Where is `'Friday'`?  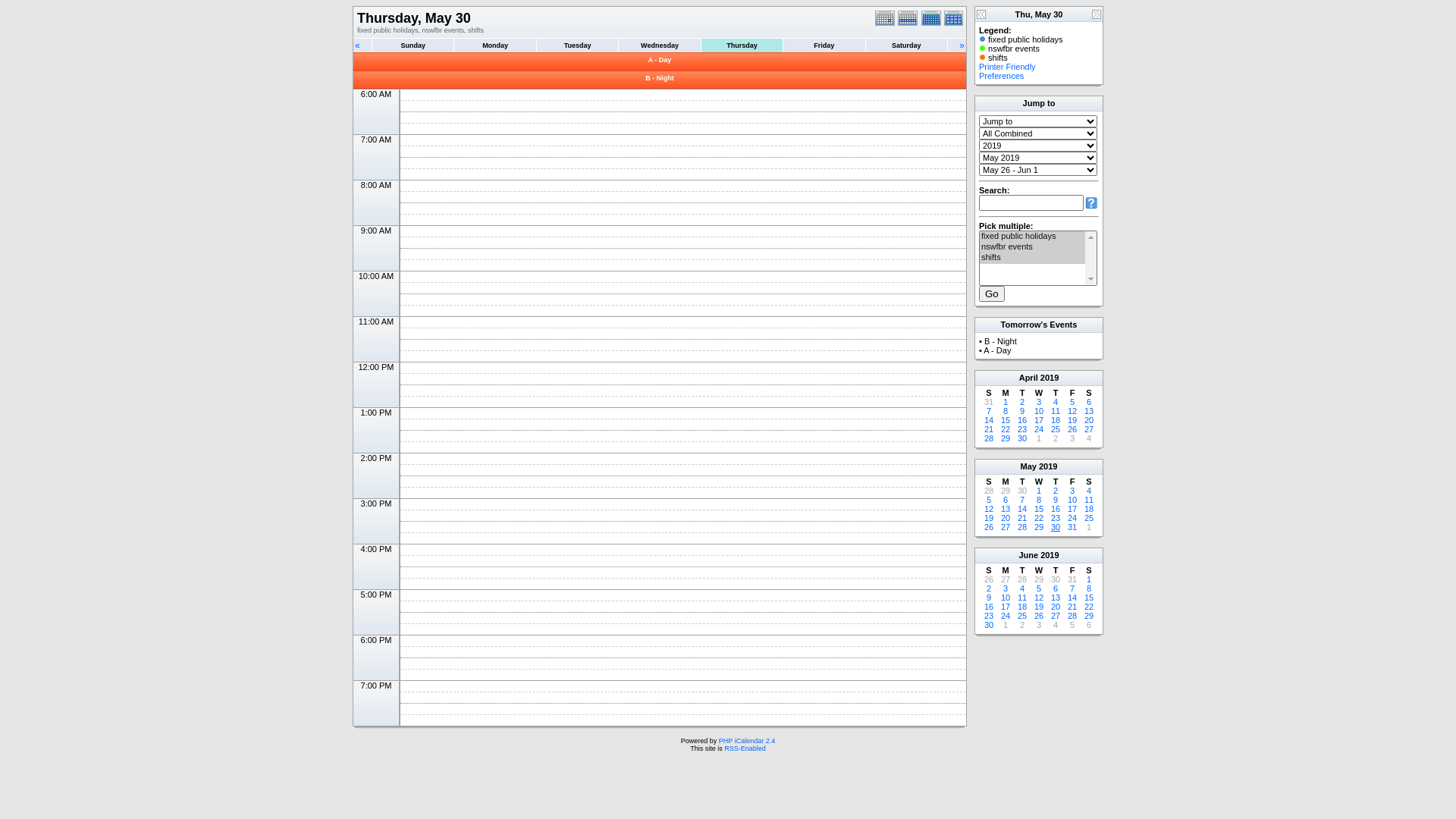
'Friday' is located at coordinates (822, 44).